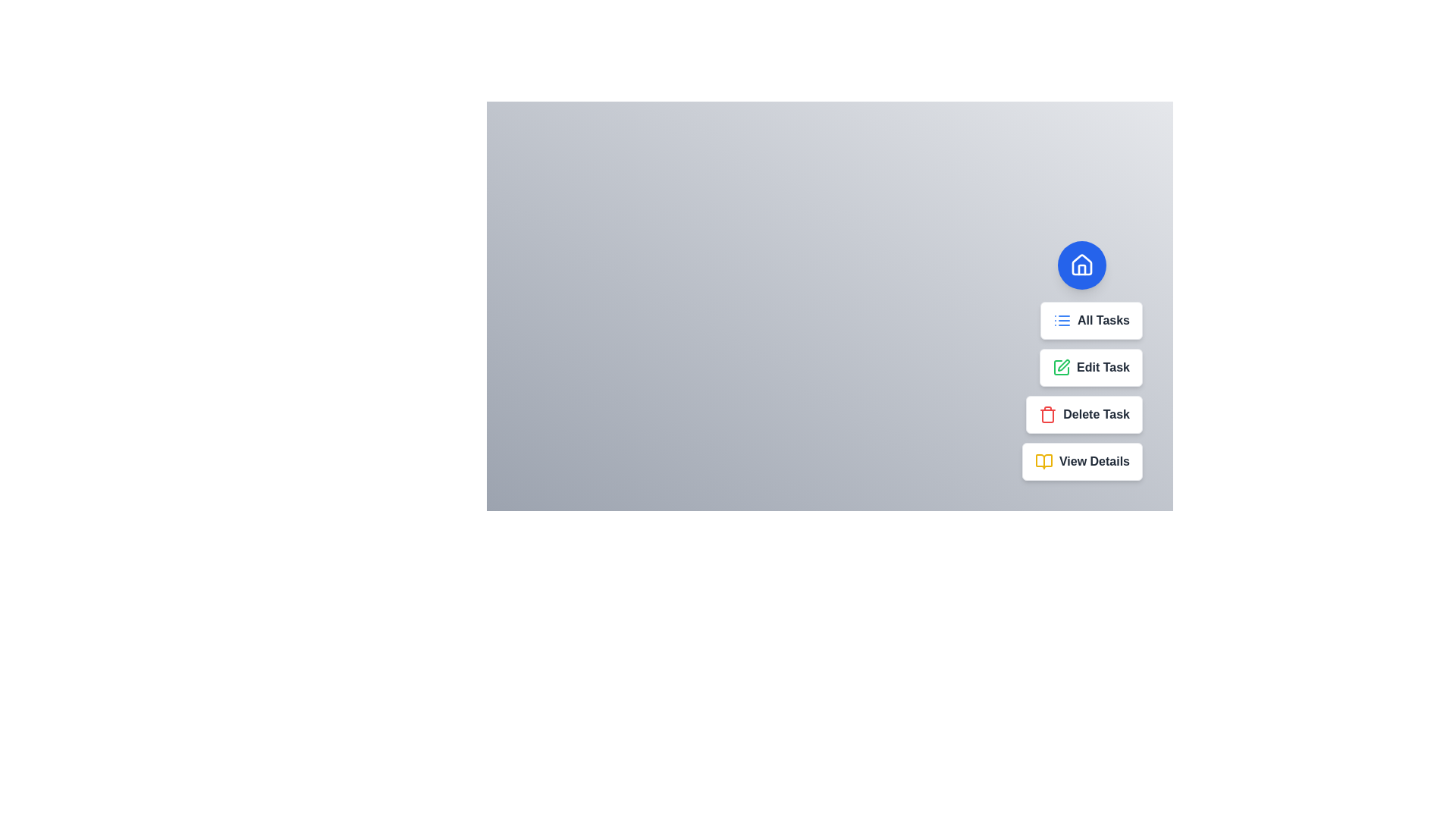 The image size is (1456, 819). Describe the element at coordinates (1090, 320) in the screenshot. I see `the task option All Tasks from the speed dial menu` at that location.